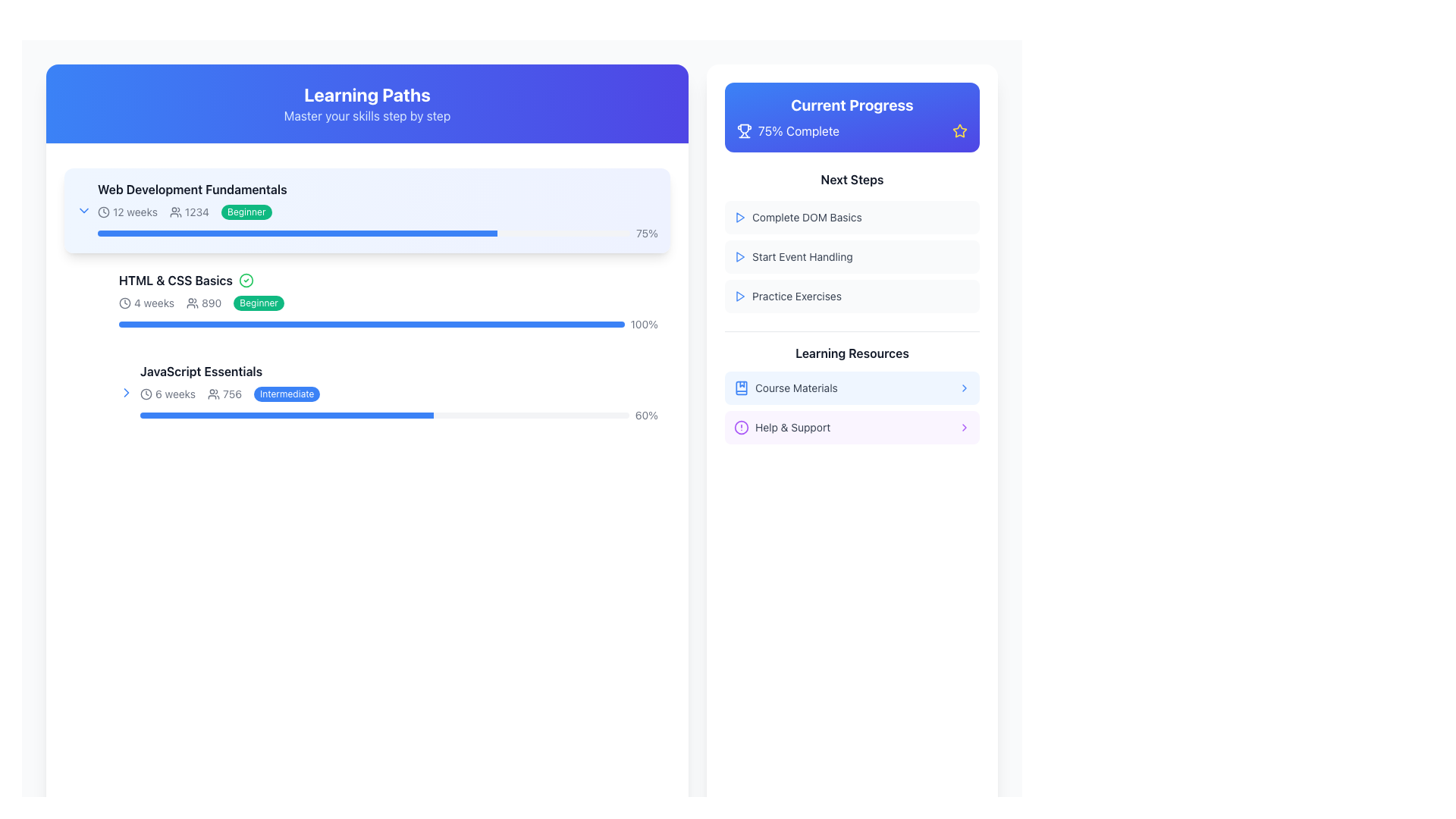 This screenshot has width=1456, height=819. Describe the element at coordinates (364, 234) in the screenshot. I see `the horizontal progress bar indicating 75% completion in the 'Web Development Fundamentals' section under 'Learning Paths'` at that location.